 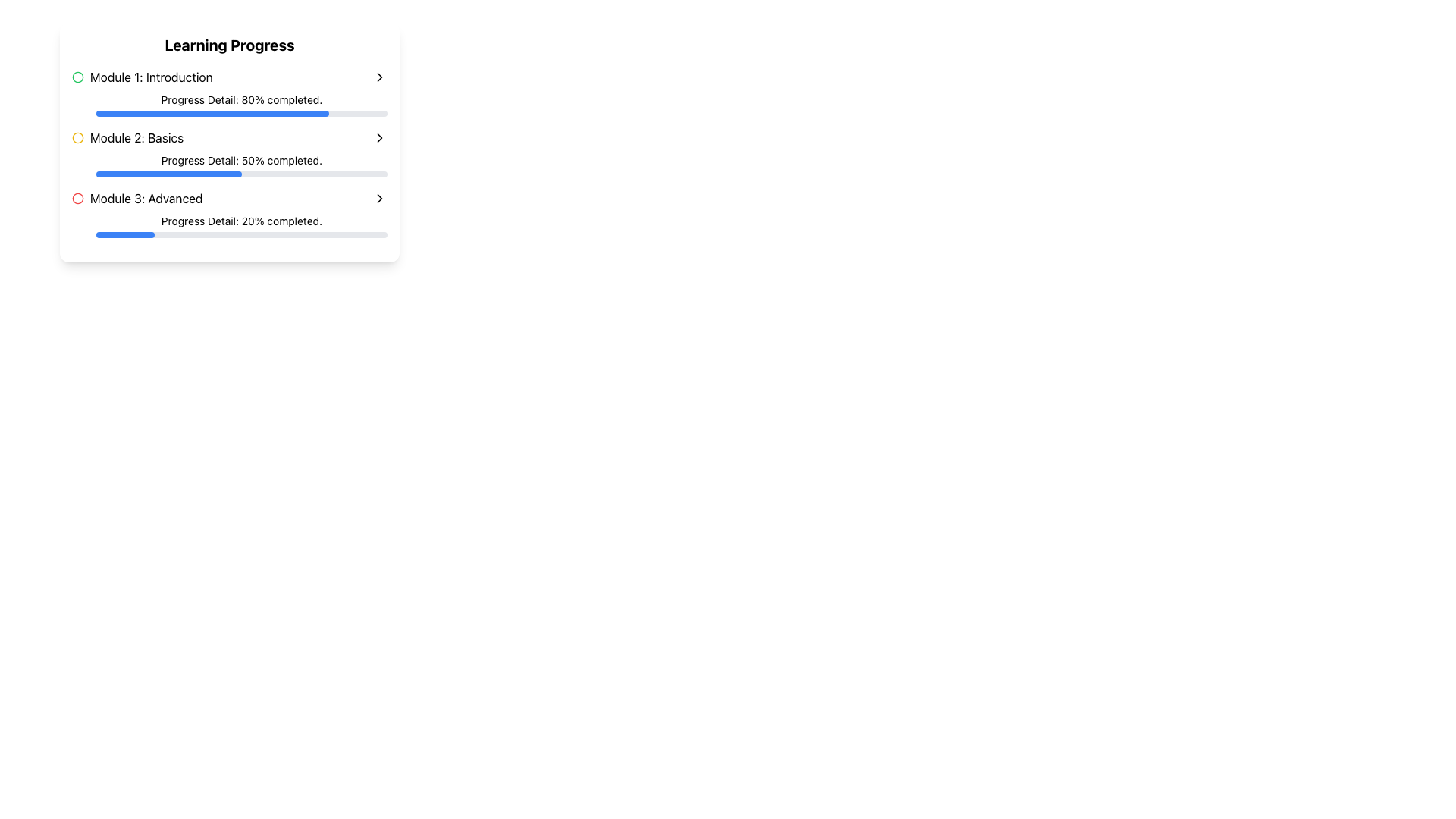 What do you see at coordinates (228, 104) in the screenshot?
I see `the visual progress bar of the Progress Indicator with Text located under the 'Module 1: Introduction' title` at bounding box center [228, 104].